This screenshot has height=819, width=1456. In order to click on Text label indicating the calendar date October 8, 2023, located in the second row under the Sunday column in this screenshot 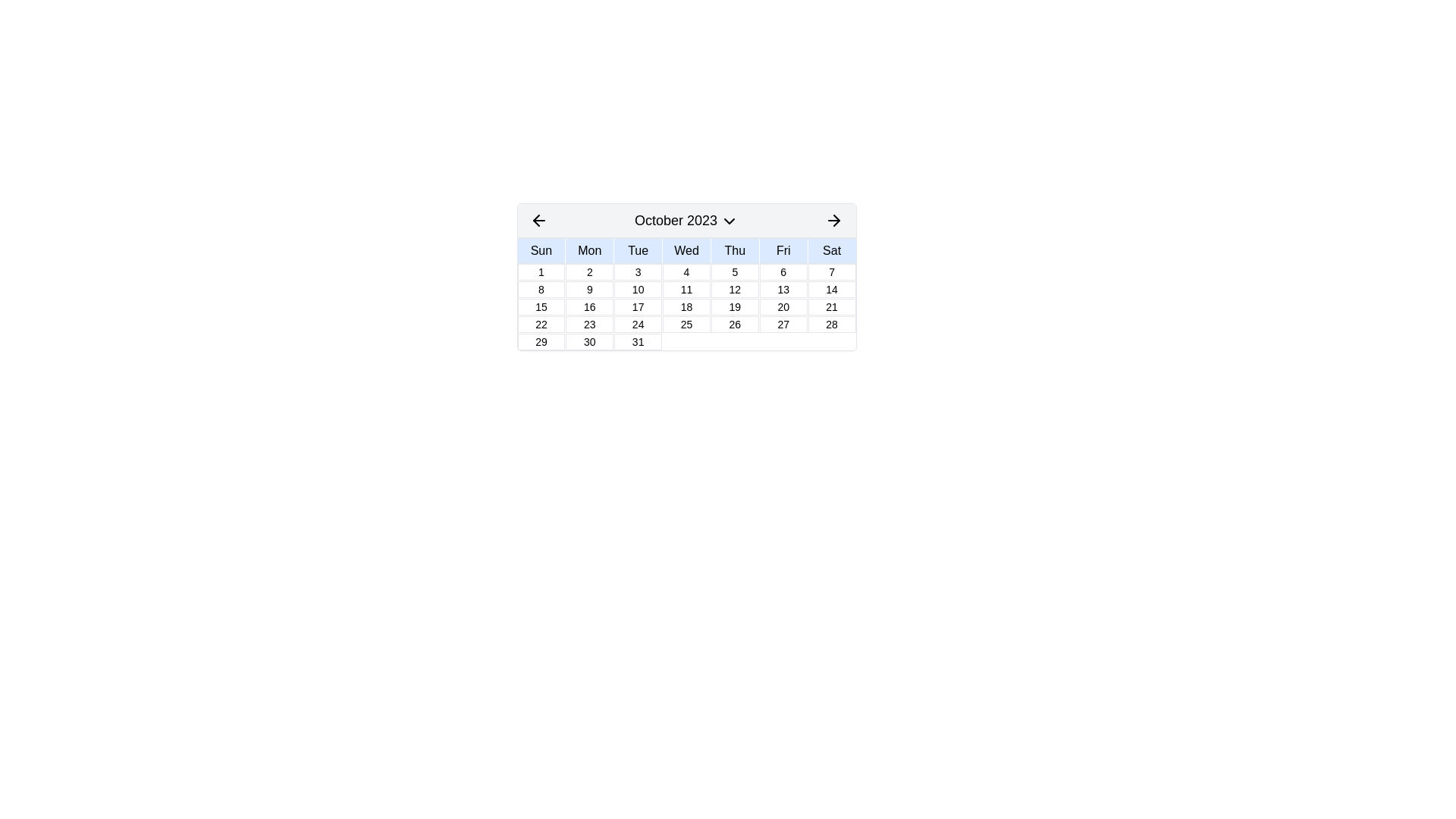, I will do `click(541, 289)`.